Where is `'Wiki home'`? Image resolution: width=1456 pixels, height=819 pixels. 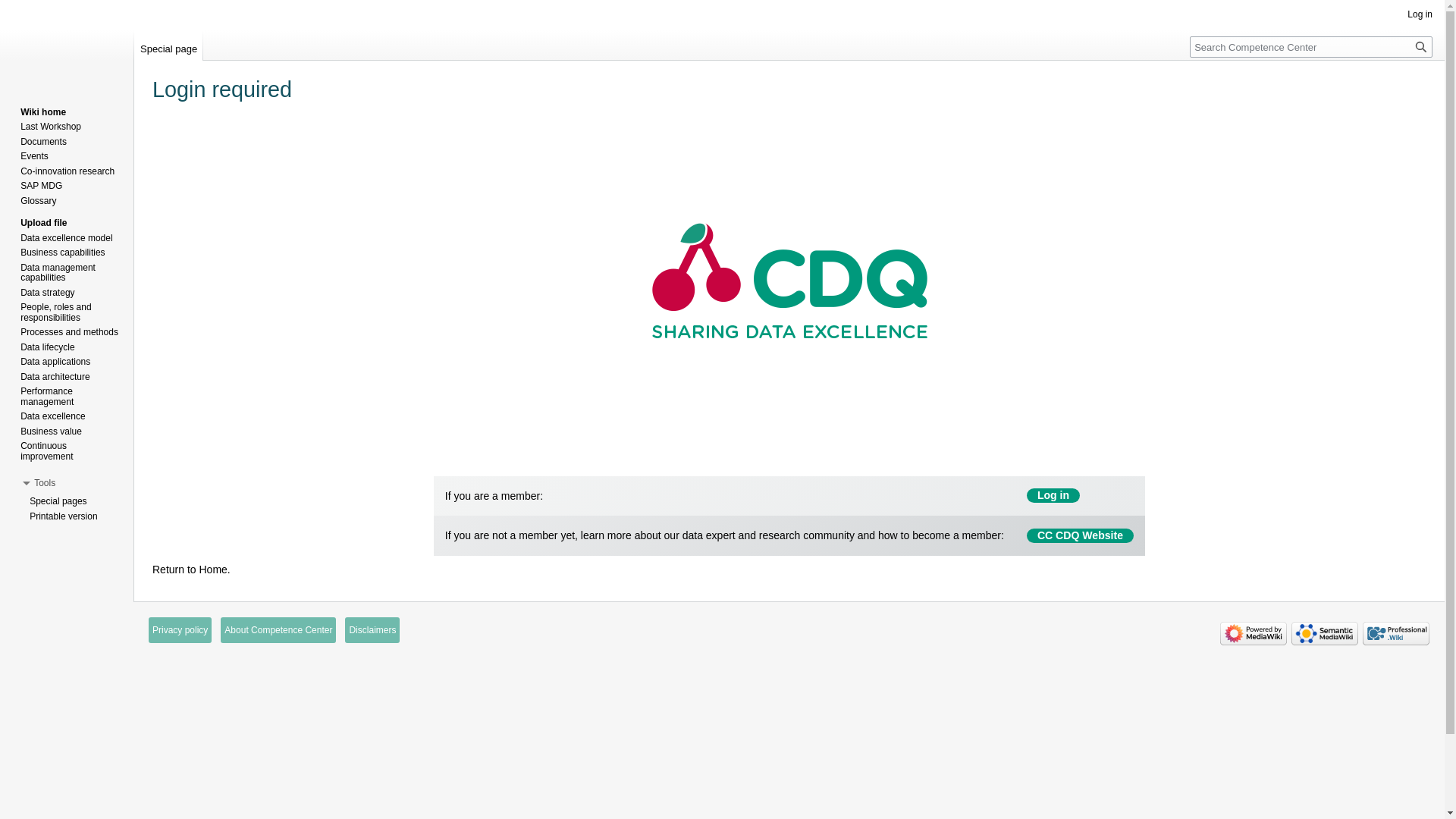
'Wiki home' is located at coordinates (20, 111).